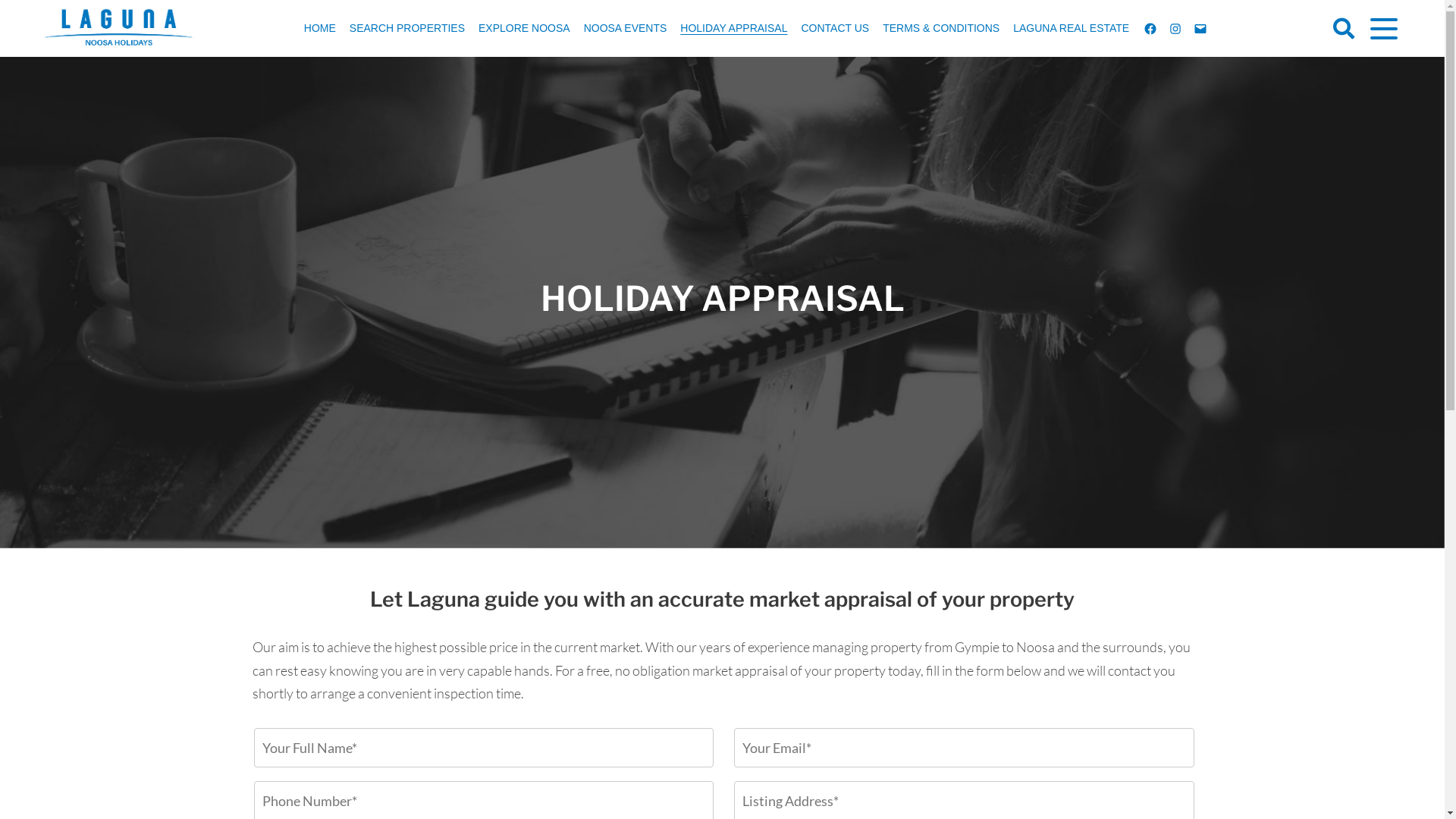 The height and width of the screenshot is (819, 1456). What do you see at coordinates (1150, 28) in the screenshot?
I see `'FACEBOOK'` at bounding box center [1150, 28].